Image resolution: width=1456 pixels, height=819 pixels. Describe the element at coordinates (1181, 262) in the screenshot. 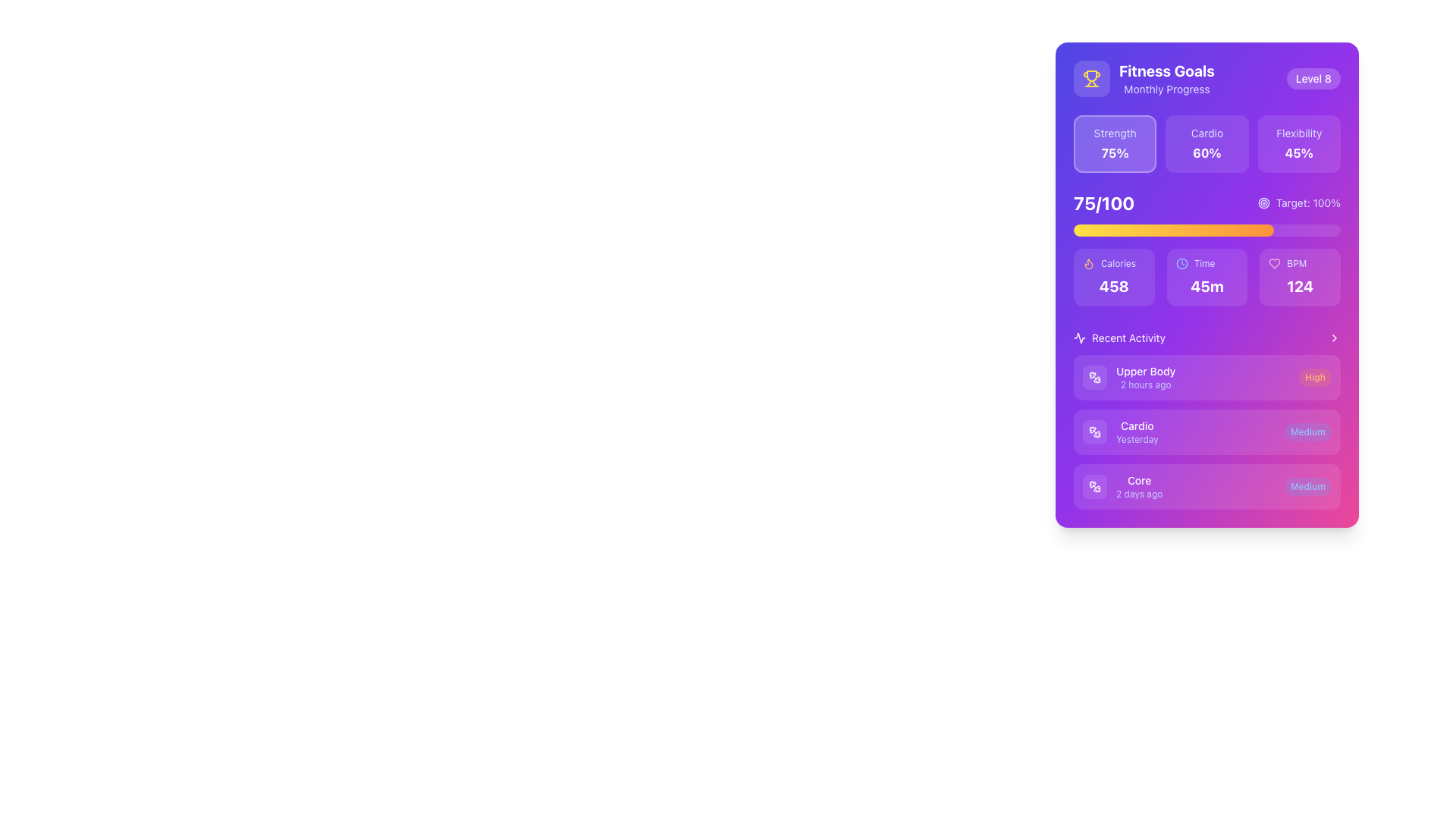

I see `the decorative clock icon located in the 'Time' section of the card-like interface, adjacent to the text '45m'` at that location.